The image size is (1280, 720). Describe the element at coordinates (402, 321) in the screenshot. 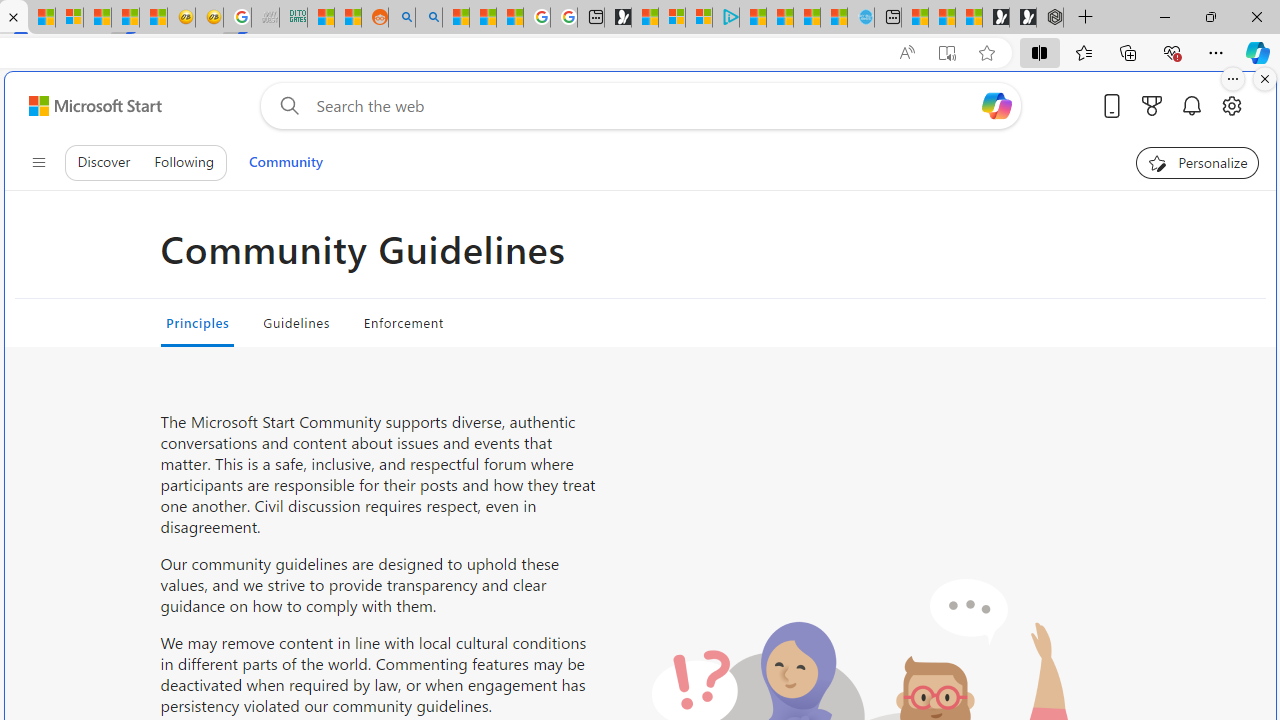

I see `'Enforcement'` at that location.